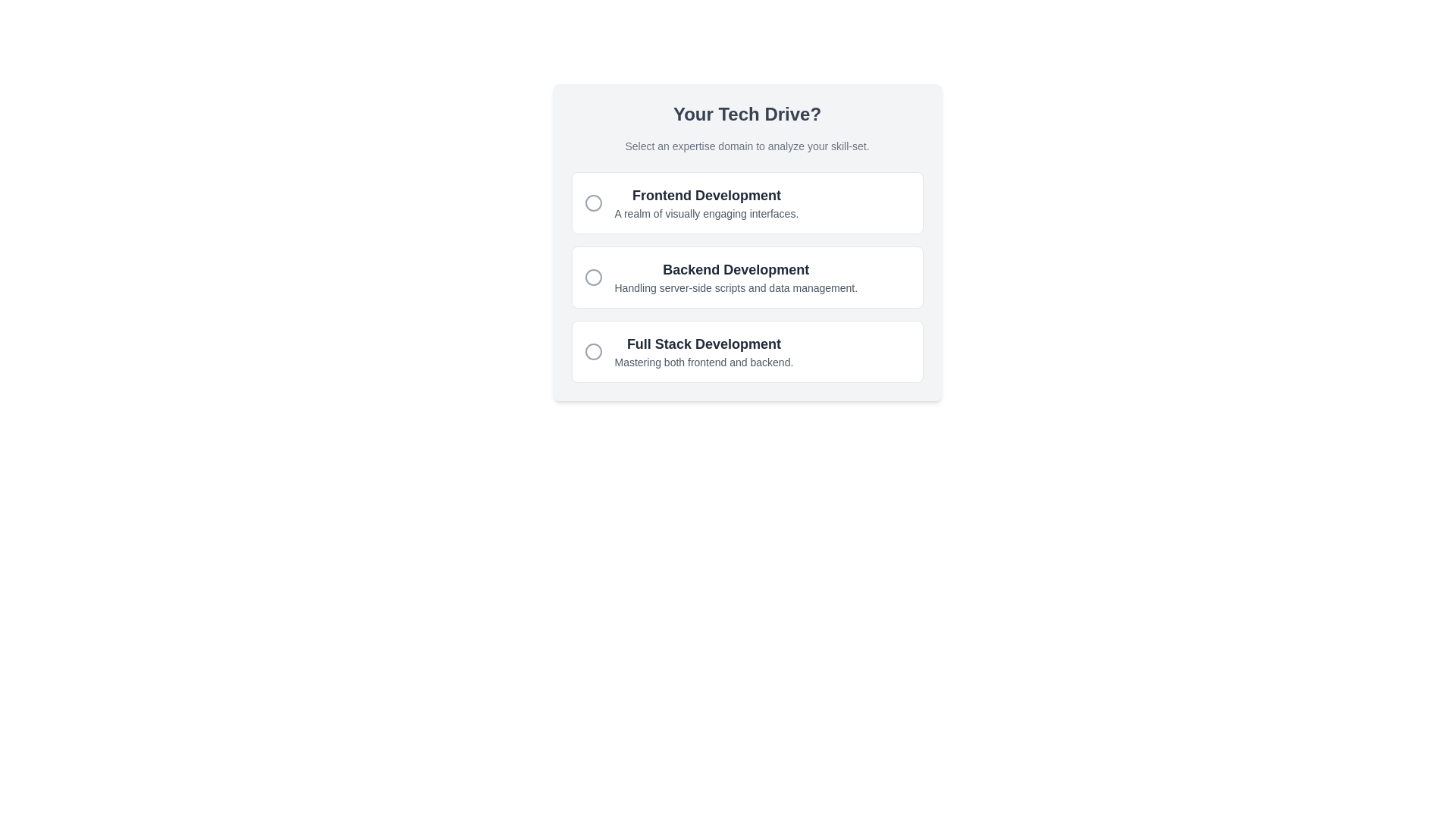  I want to click on the textual informational block titled 'Backend Development' to trigger stylistic changes or tooltips, so click(736, 278).